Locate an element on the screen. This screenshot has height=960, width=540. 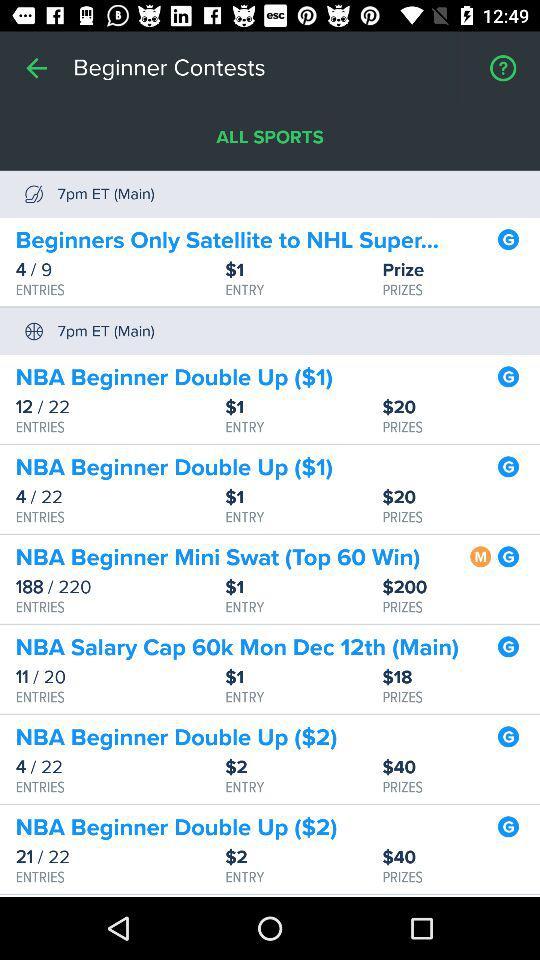
the icon above 11 / 20 is located at coordinates (237, 647).